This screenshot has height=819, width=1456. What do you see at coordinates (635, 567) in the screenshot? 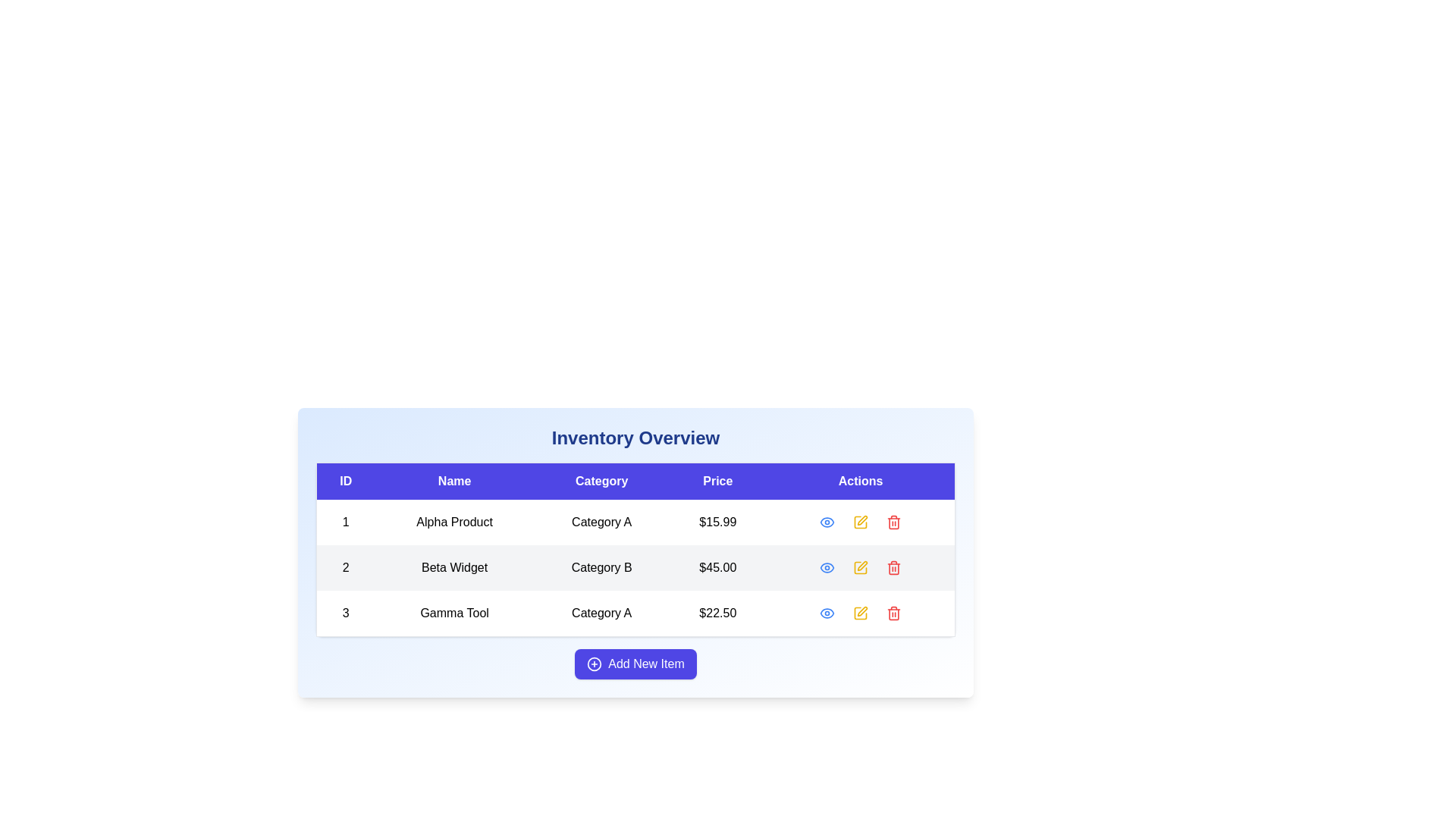
I see `the second table row containing the ID '2', name 'Beta Widget', category 'Category B', and price '$45.00'. This row is positioned between the rows for 'Alpha Product' and 'Gamma Tool'` at bounding box center [635, 567].